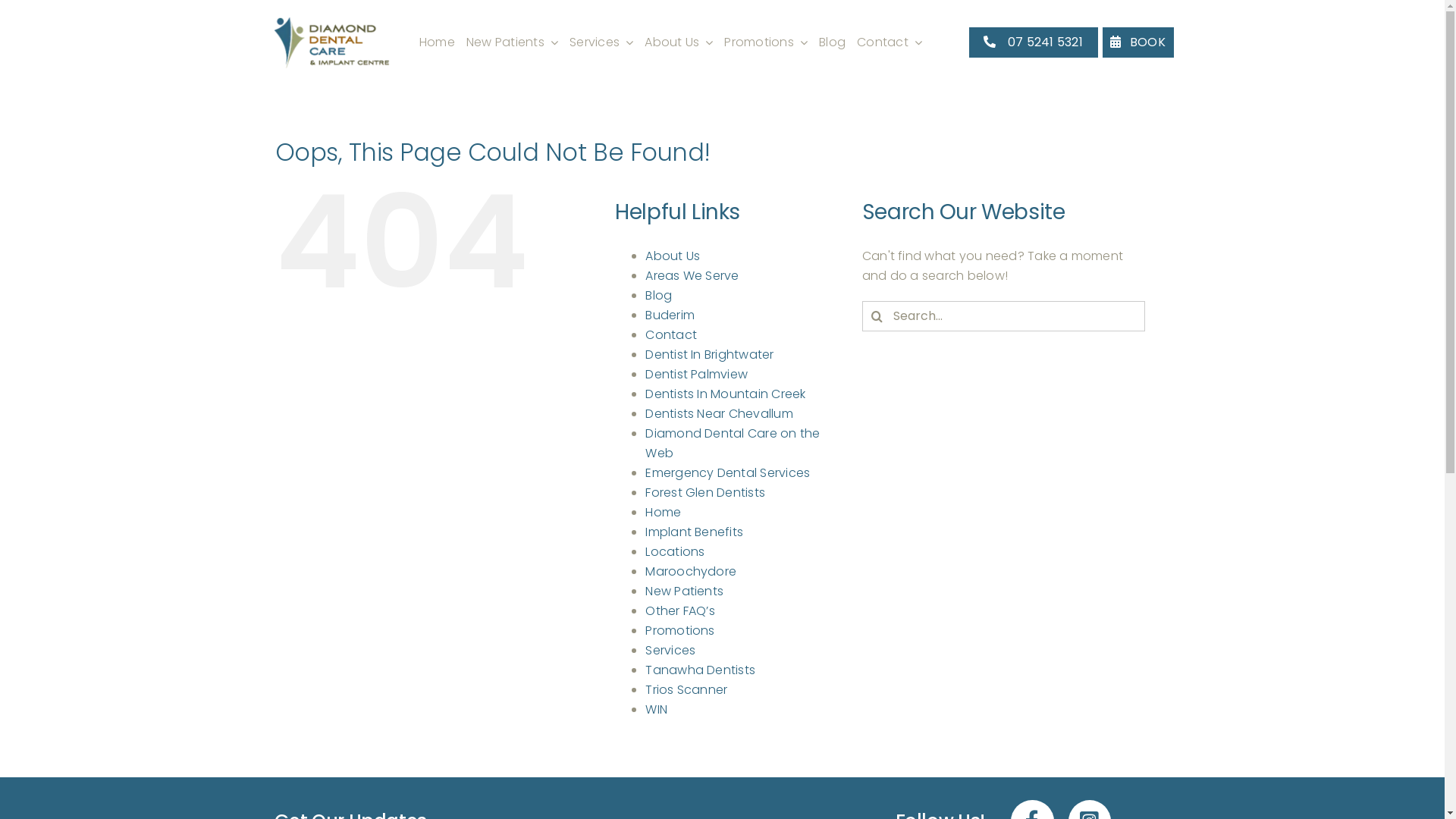 This screenshot has width=1456, height=819. I want to click on '07 5241 5321', so click(1033, 41).